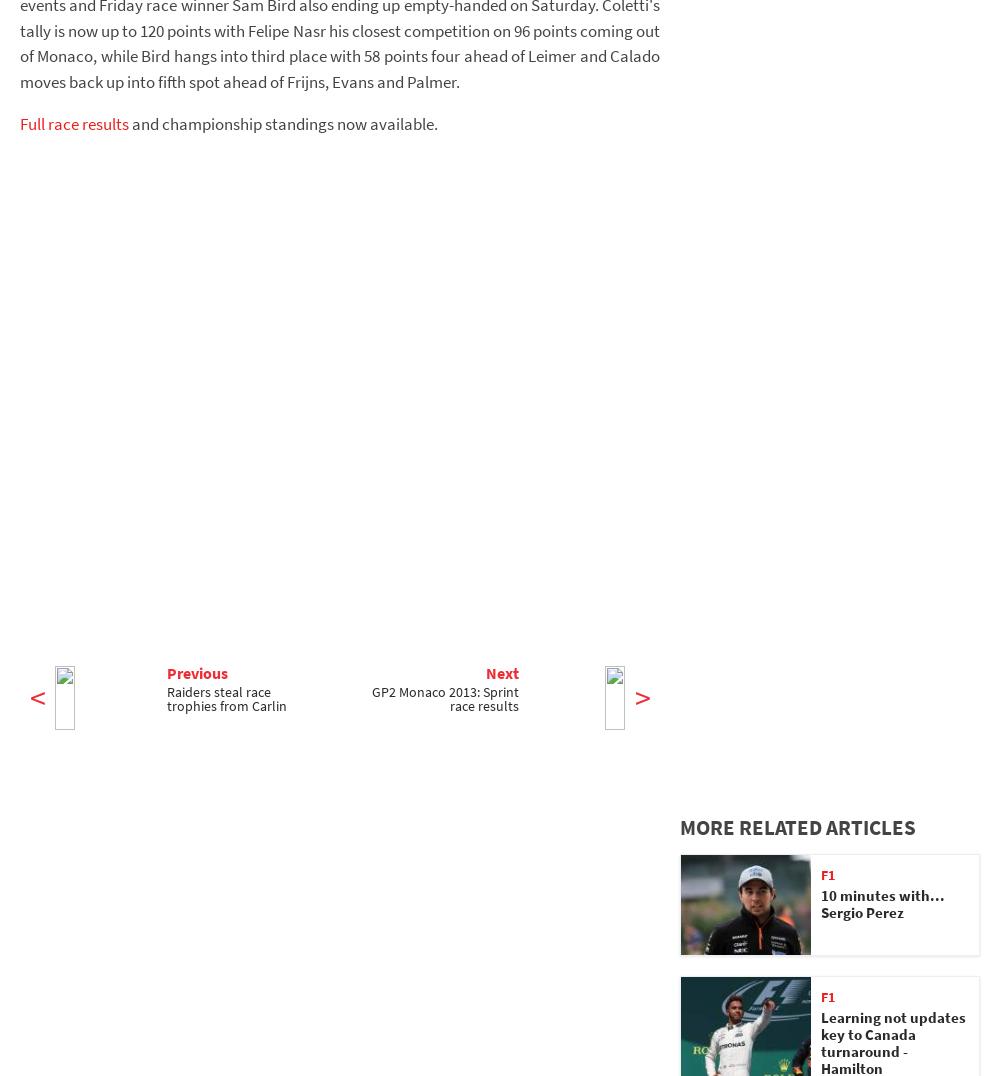 The height and width of the screenshot is (1076, 1000). Describe the element at coordinates (485, 670) in the screenshot. I see `'Next'` at that location.